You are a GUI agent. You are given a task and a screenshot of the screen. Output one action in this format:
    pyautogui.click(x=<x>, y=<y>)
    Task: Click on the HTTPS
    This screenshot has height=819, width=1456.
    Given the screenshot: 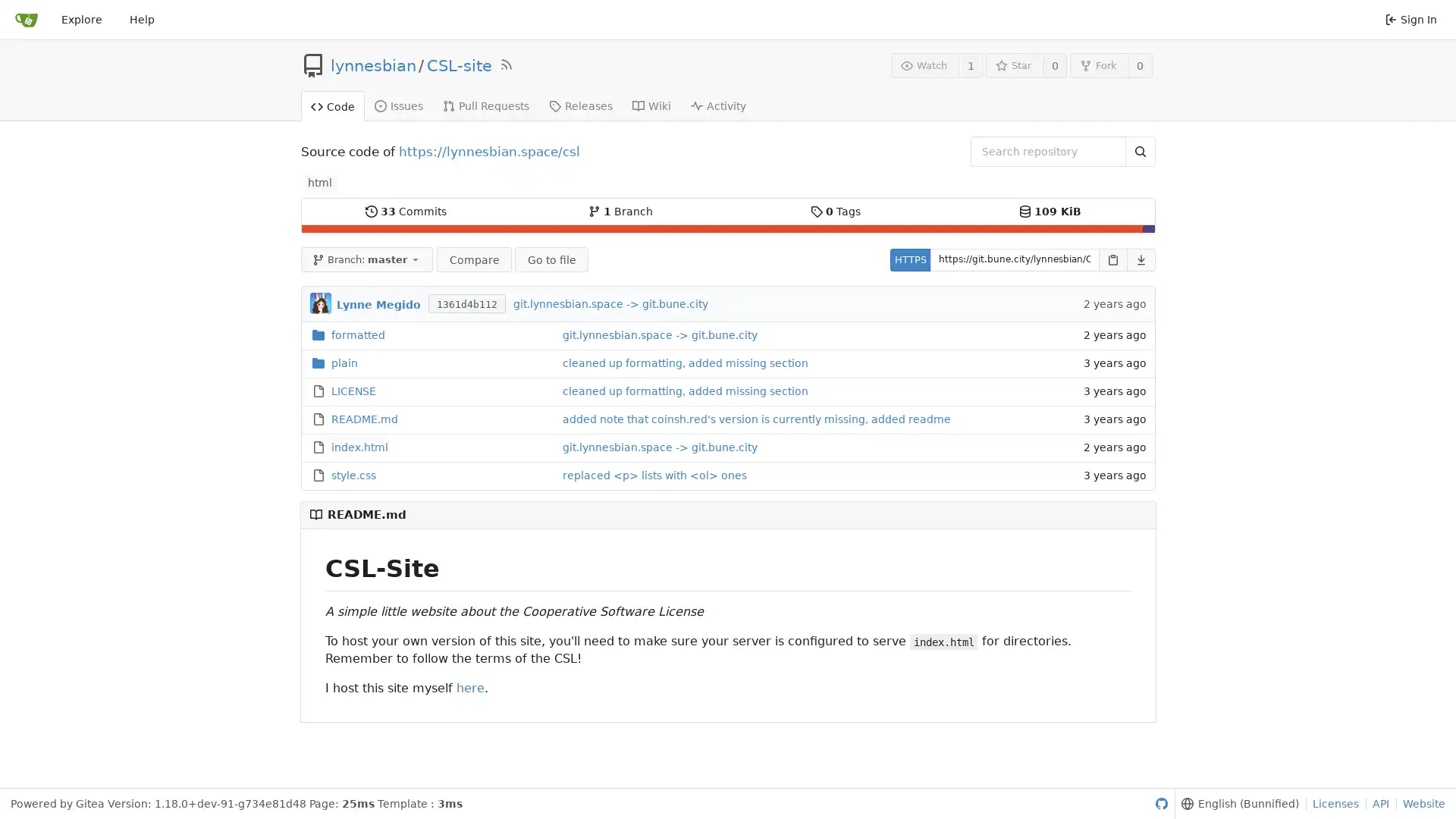 What is the action you would take?
    pyautogui.click(x=909, y=259)
    